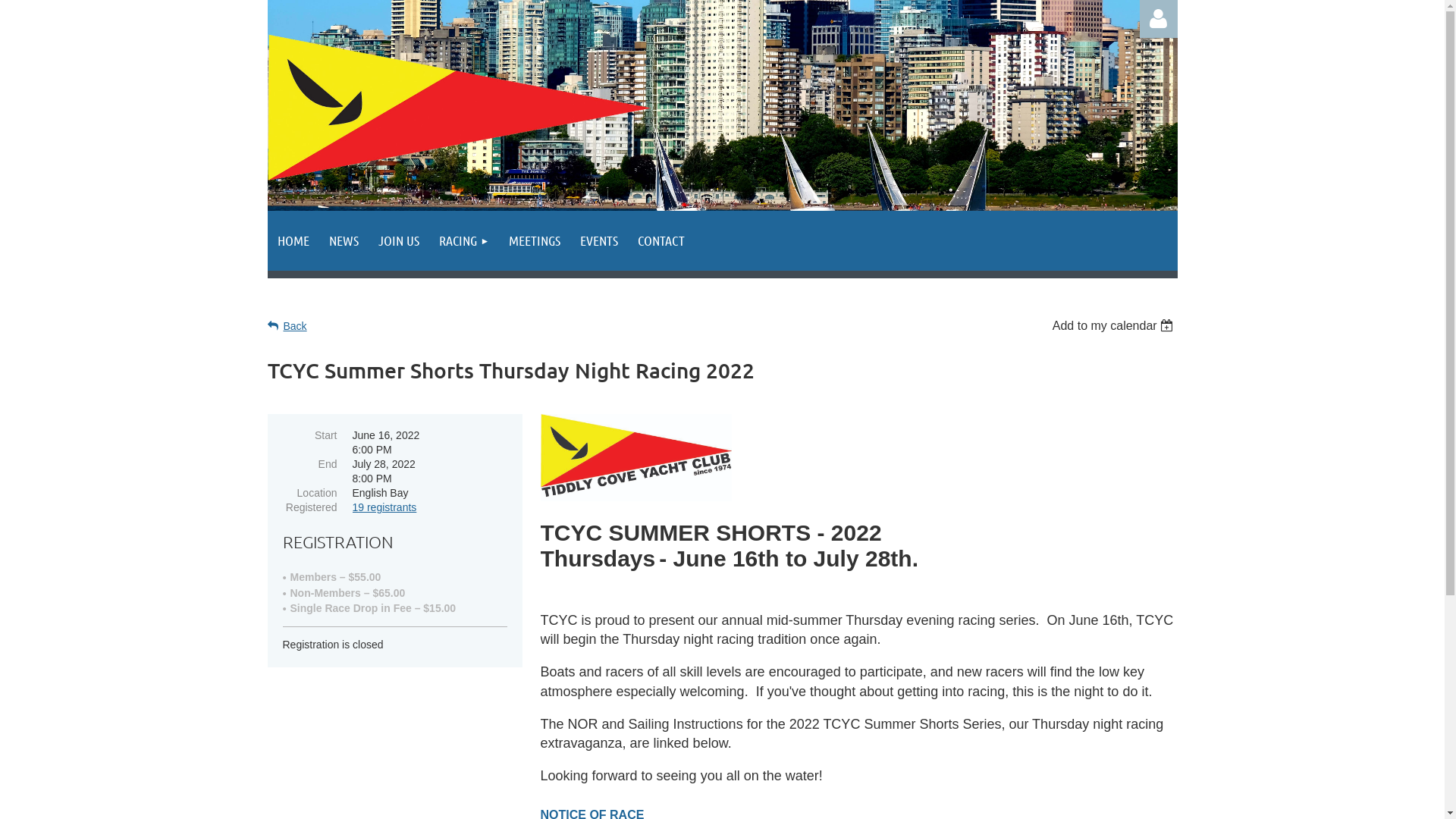  Describe the element at coordinates (661, 240) in the screenshot. I see `'CONTACT'` at that location.